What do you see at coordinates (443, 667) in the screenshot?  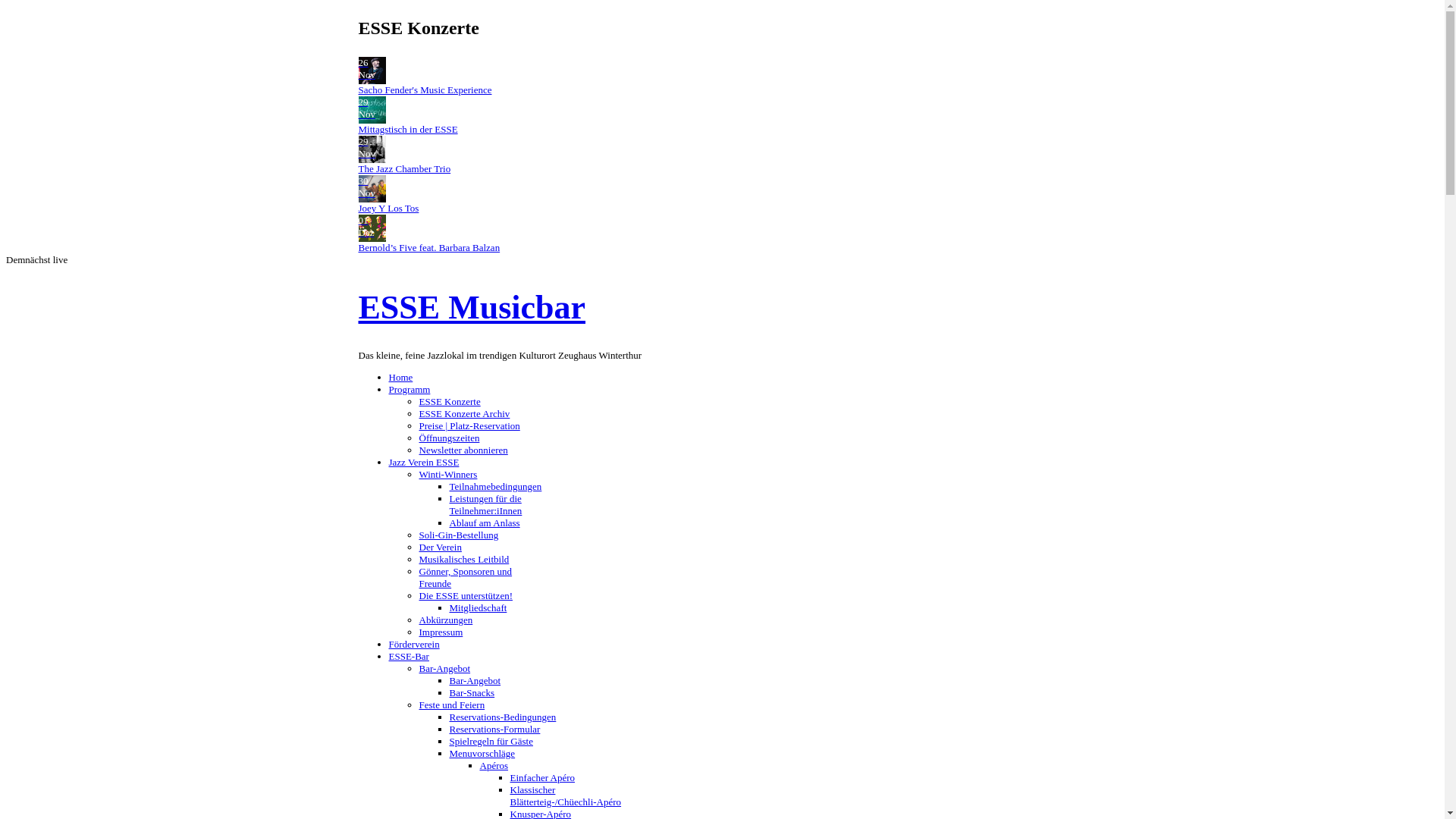 I see `'Bar-Angebot'` at bounding box center [443, 667].